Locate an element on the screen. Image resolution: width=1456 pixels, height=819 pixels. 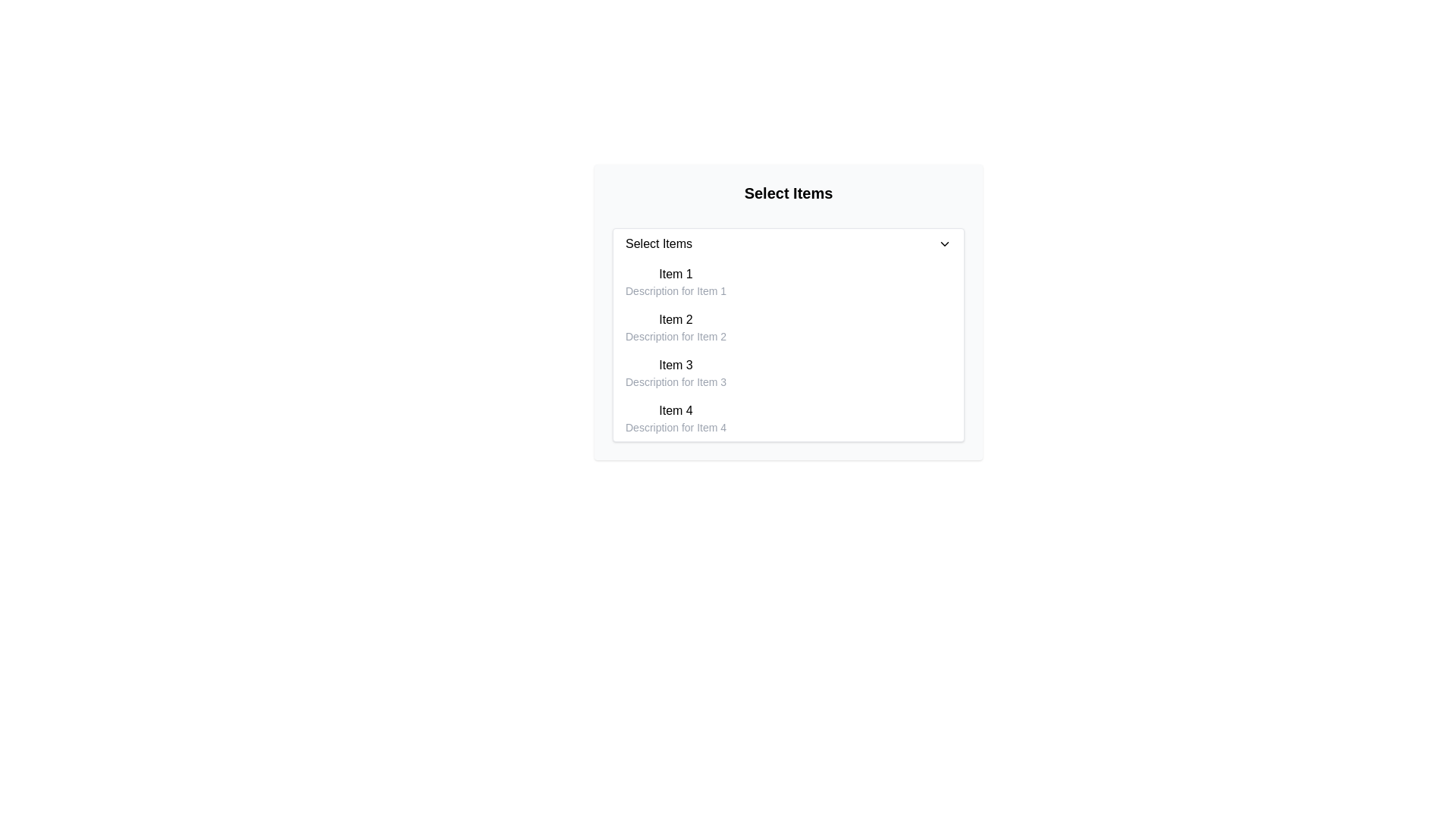
the text label displaying 'Description for Item 4' in gray, small-sized font, located under the title 'Item 4' in the dropdown menu is located at coordinates (675, 427).